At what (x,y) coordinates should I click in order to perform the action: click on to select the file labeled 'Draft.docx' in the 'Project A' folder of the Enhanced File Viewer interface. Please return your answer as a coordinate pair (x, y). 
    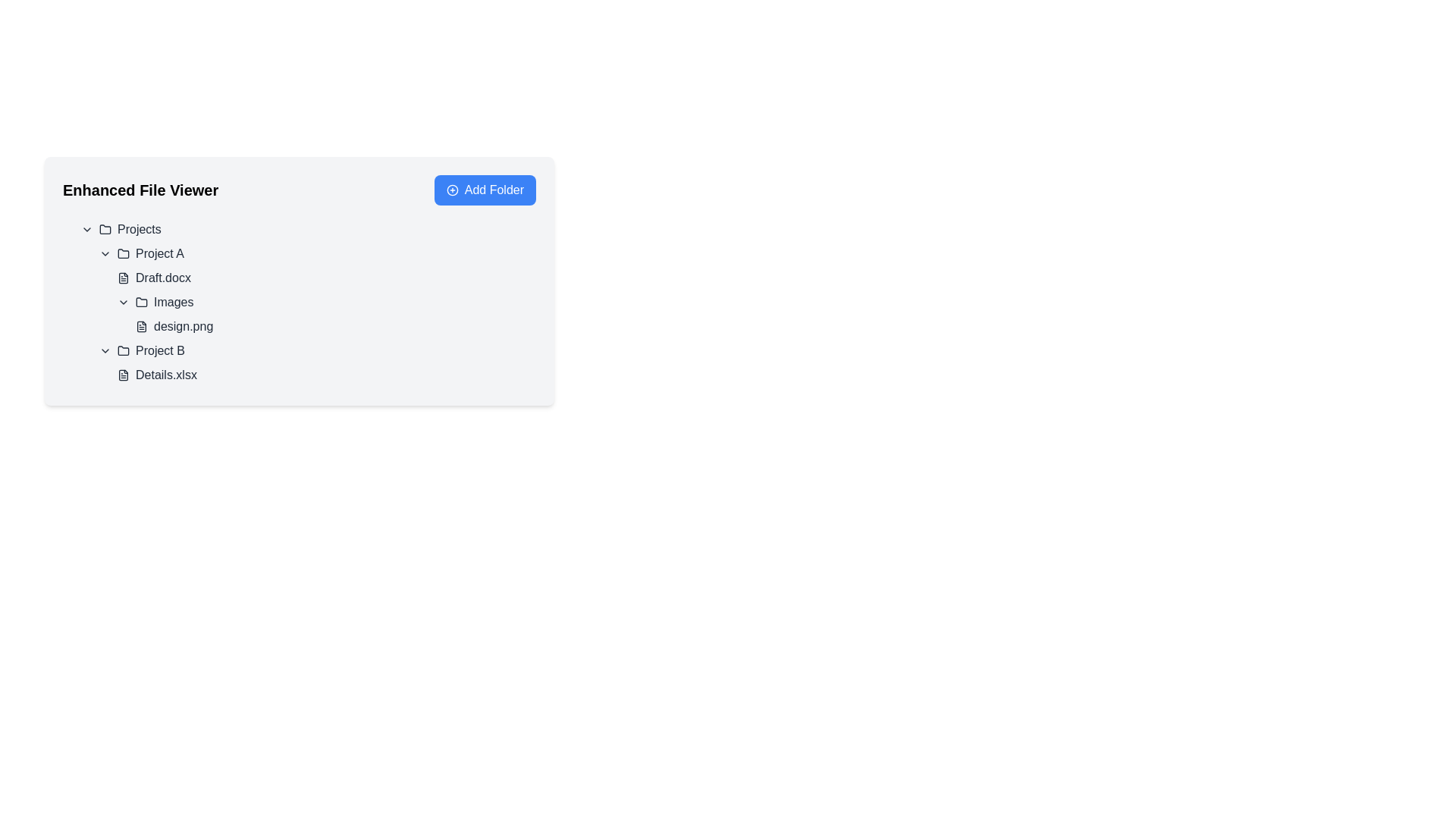
    Looking at the image, I should click on (326, 278).